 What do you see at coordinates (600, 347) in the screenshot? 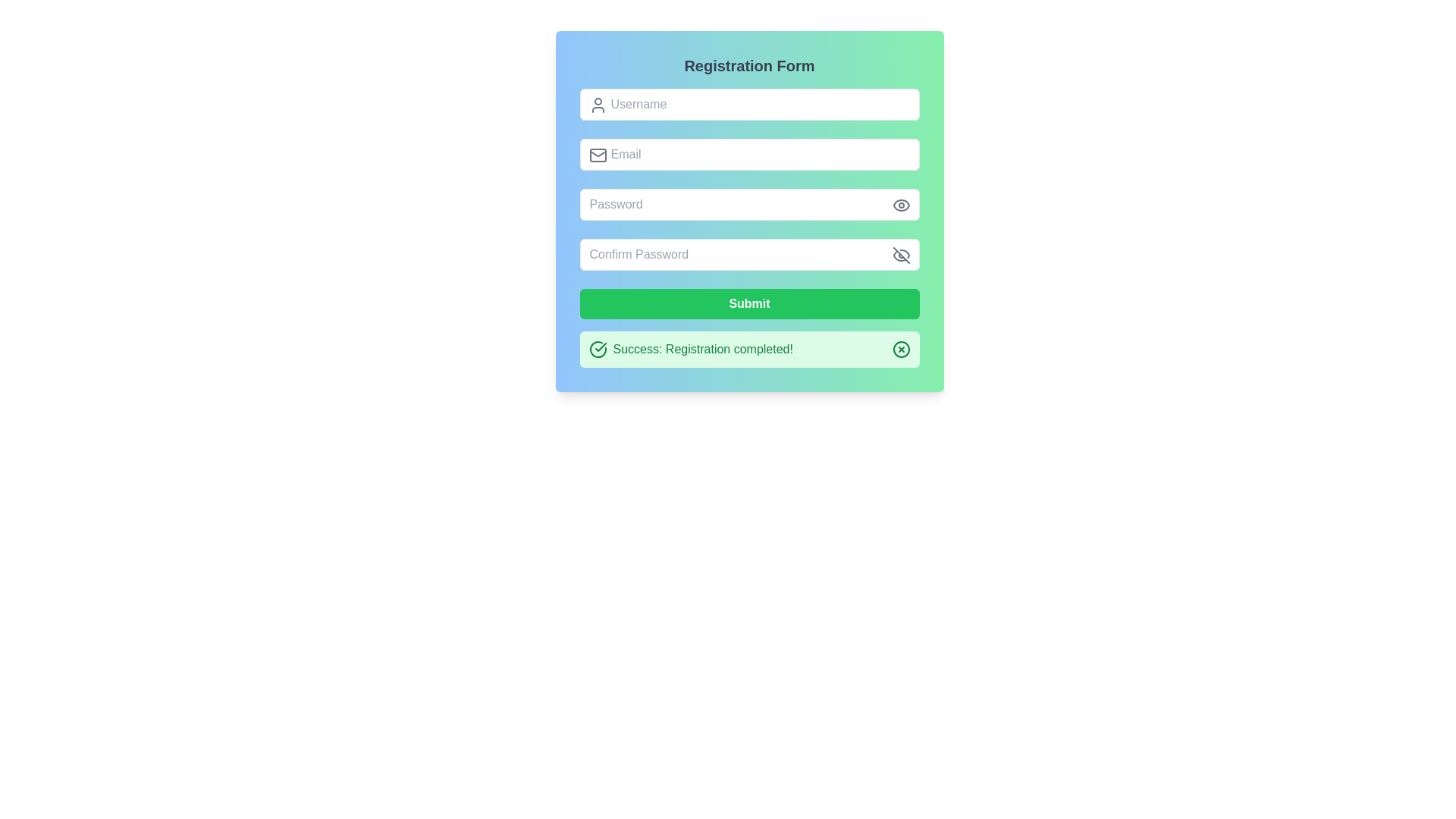
I see `the graphical checkmark icon, which is part of a circular success indicator located to the left of the success message 'Success: Registration completed!'` at bounding box center [600, 347].